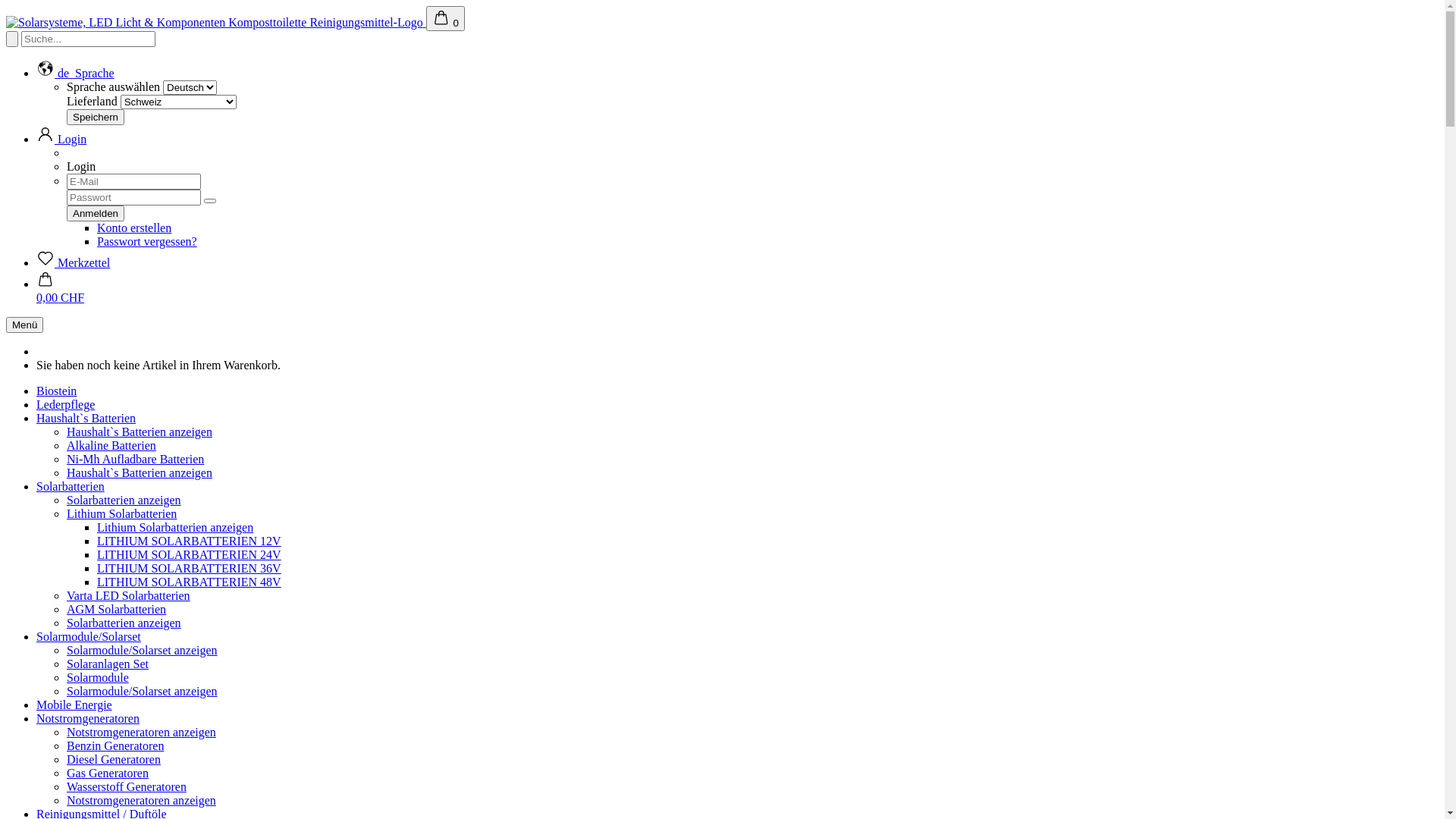 The width and height of the screenshot is (1456, 819). I want to click on 'Haushalt`s Batterien anzeigen', so click(139, 431).